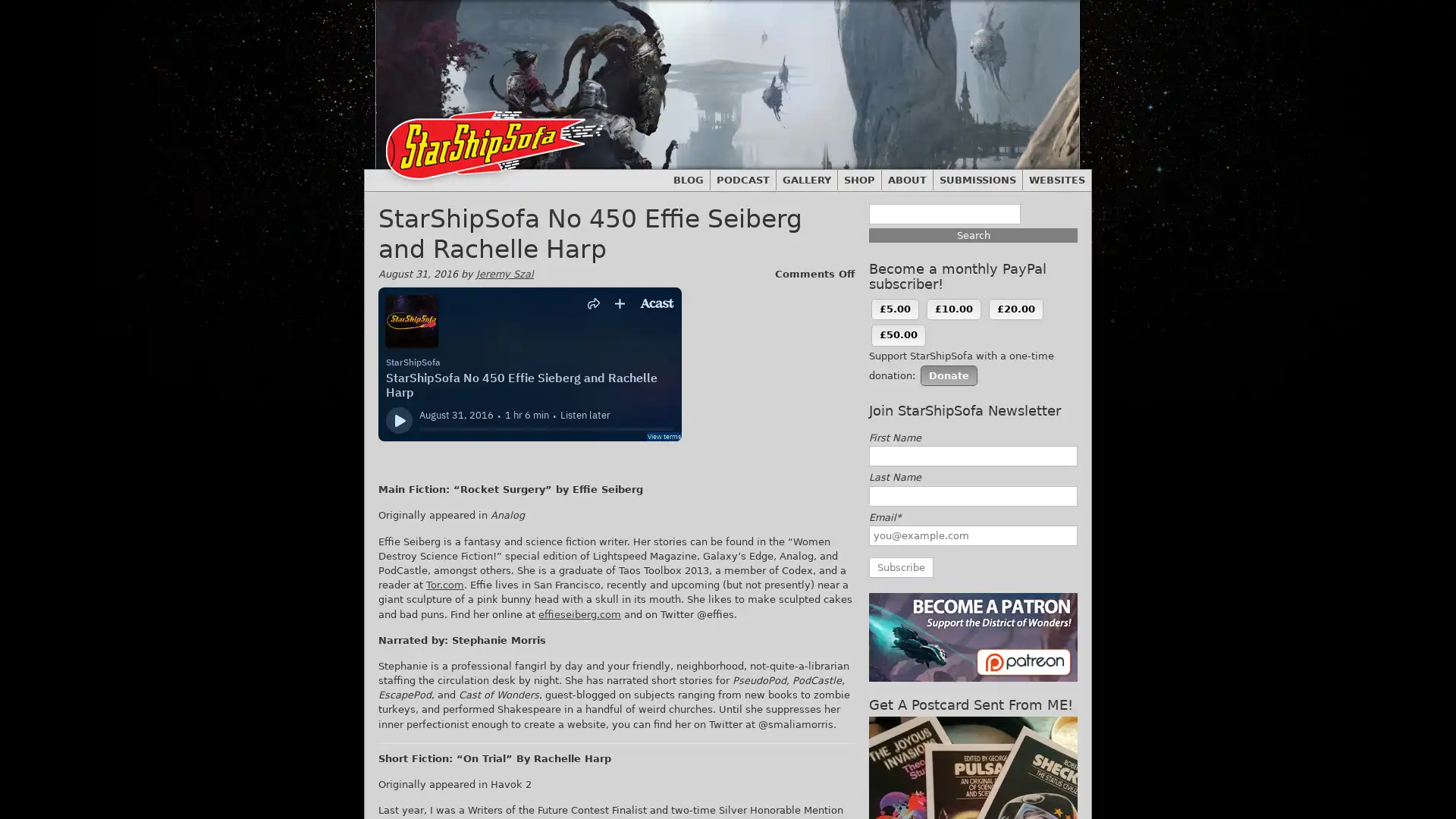  Describe the element at coordinates (901, 567) in the screenshot. I see `Subscribe` at that location.